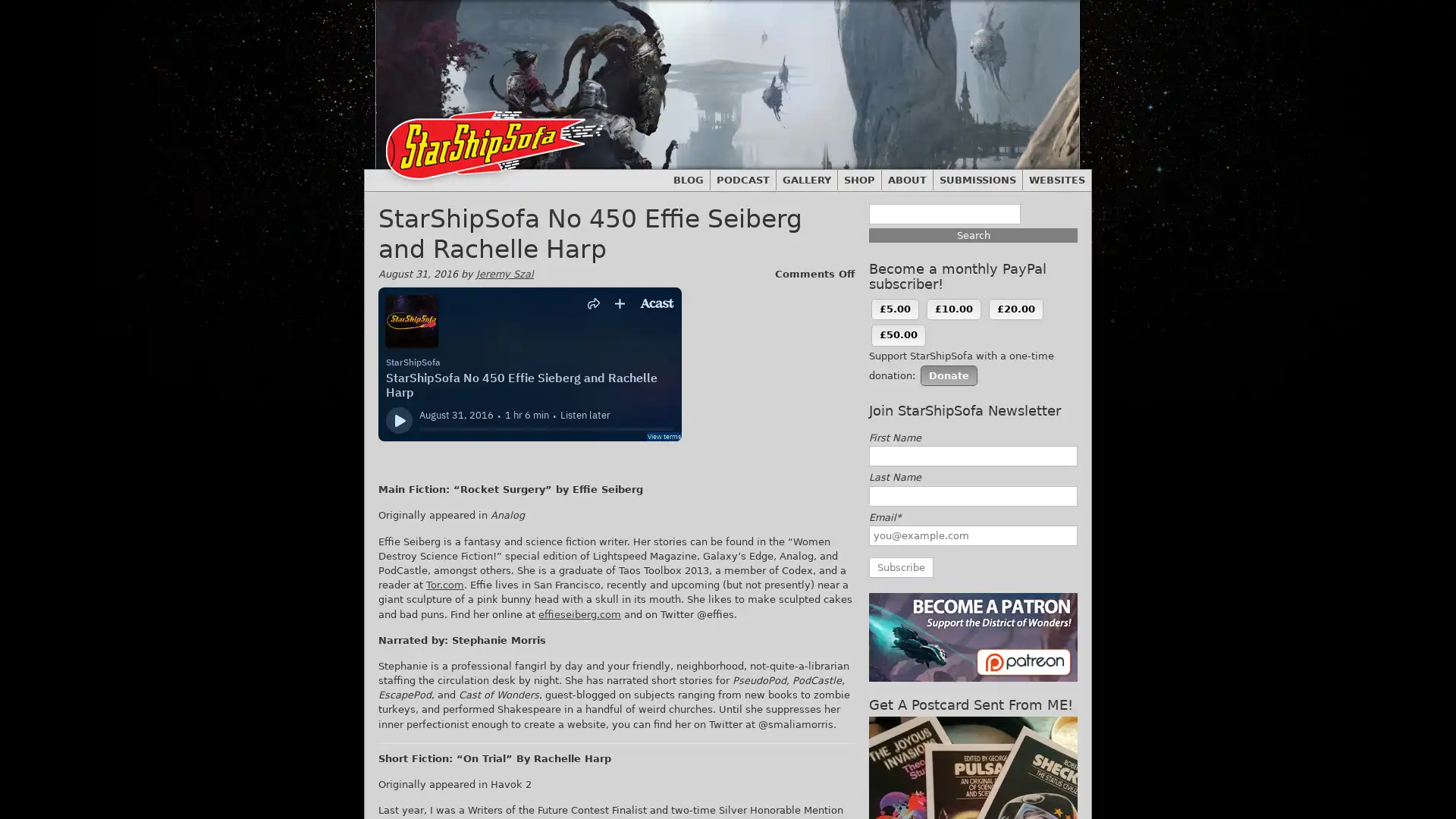  Describe the element at coordinates (901, 567) in the screenshot. I see `Subscribe` at that location.